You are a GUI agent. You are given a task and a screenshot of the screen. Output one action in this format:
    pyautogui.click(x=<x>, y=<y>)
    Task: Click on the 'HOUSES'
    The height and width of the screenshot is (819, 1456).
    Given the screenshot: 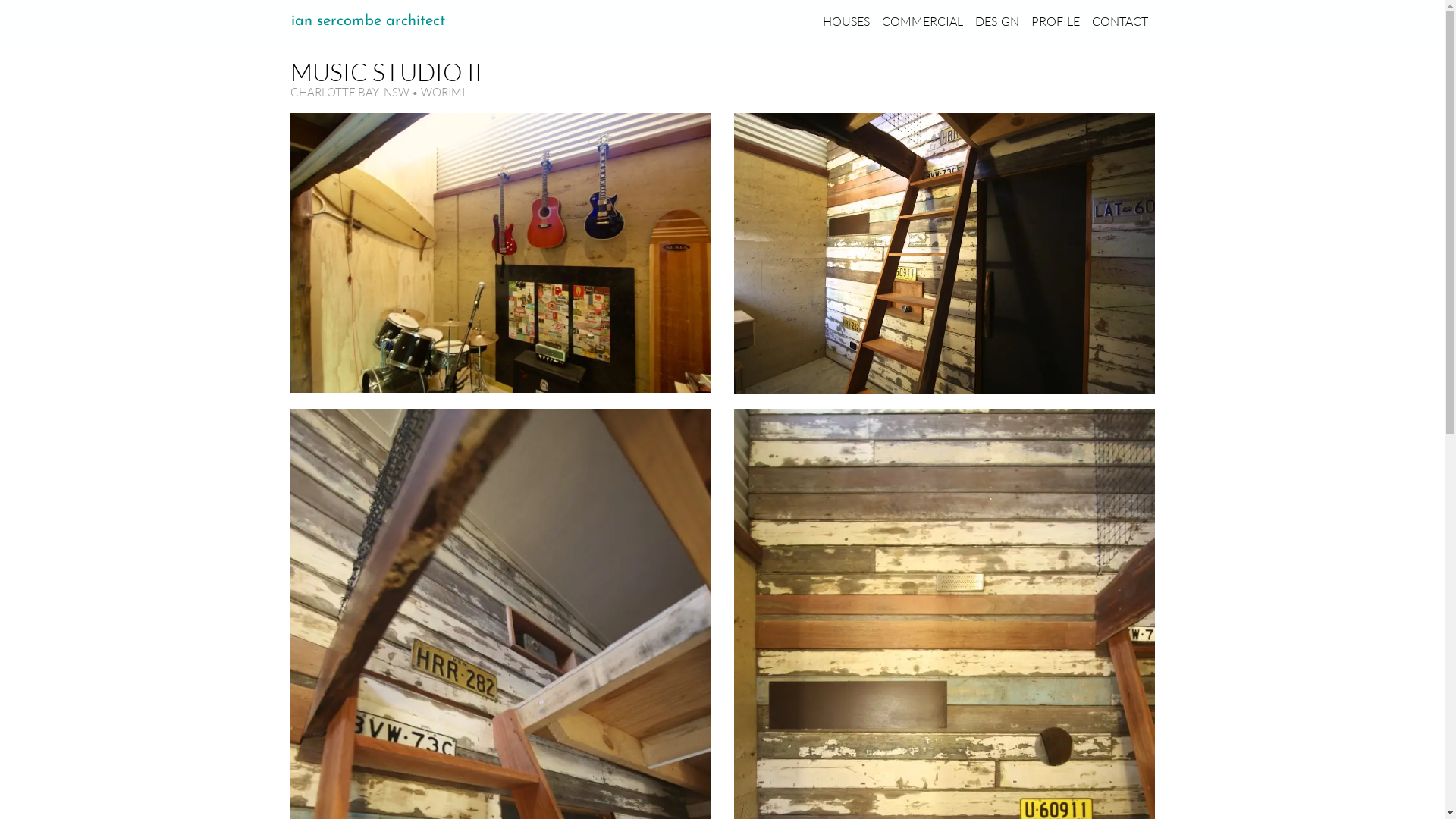 What is the action you would take?
    pyautogui.click(x=844, y=20)
    